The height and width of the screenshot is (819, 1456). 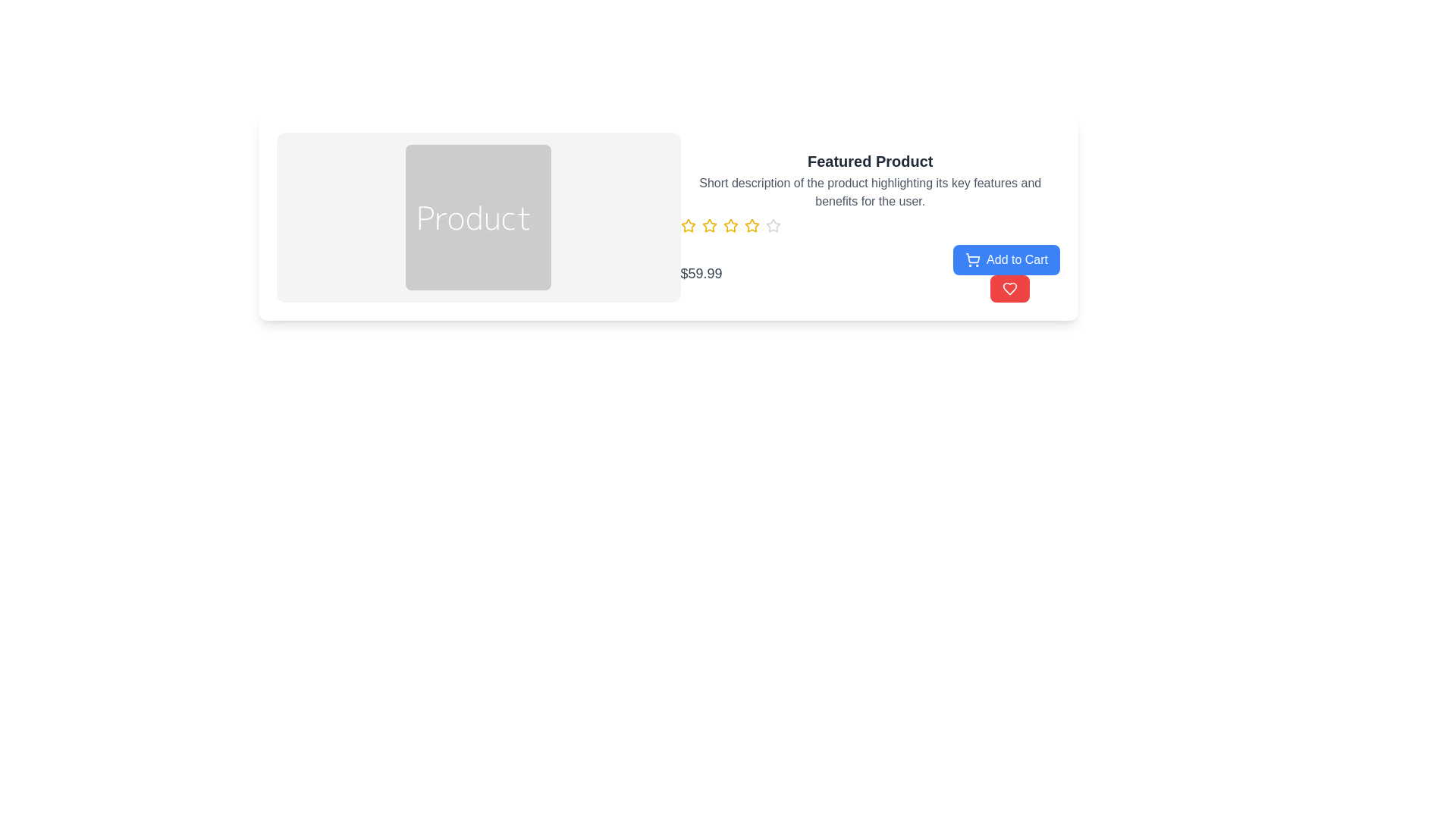 What do you see at coordinates (701, 273) in the screenshot?
I see `price value displayed on the label located at the bottom-left corner of the product layout, below the product rating stars and before the action buttons` at bounding box center [701, 273].